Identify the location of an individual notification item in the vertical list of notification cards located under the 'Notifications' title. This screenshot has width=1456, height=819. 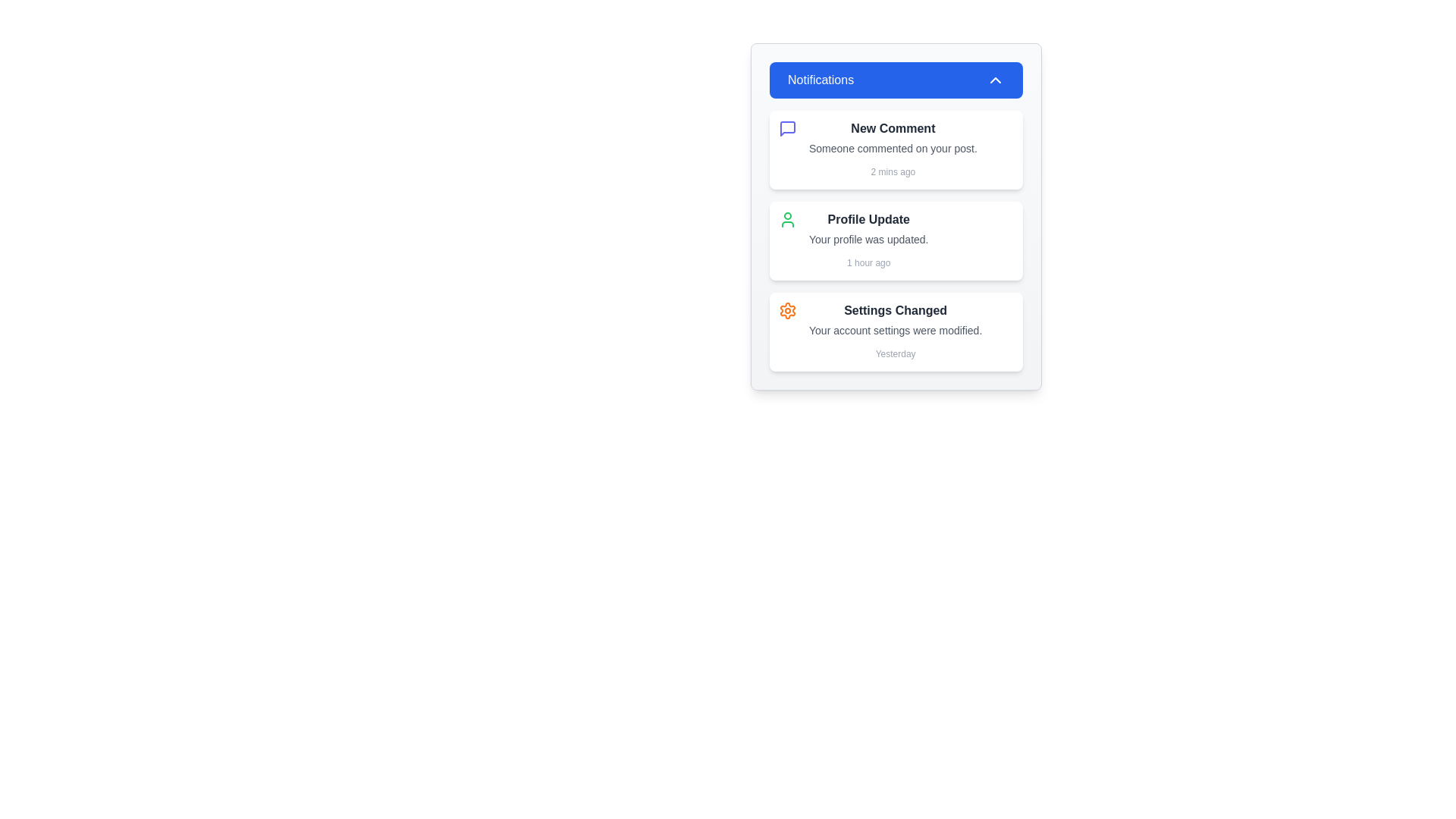
(896, 240).